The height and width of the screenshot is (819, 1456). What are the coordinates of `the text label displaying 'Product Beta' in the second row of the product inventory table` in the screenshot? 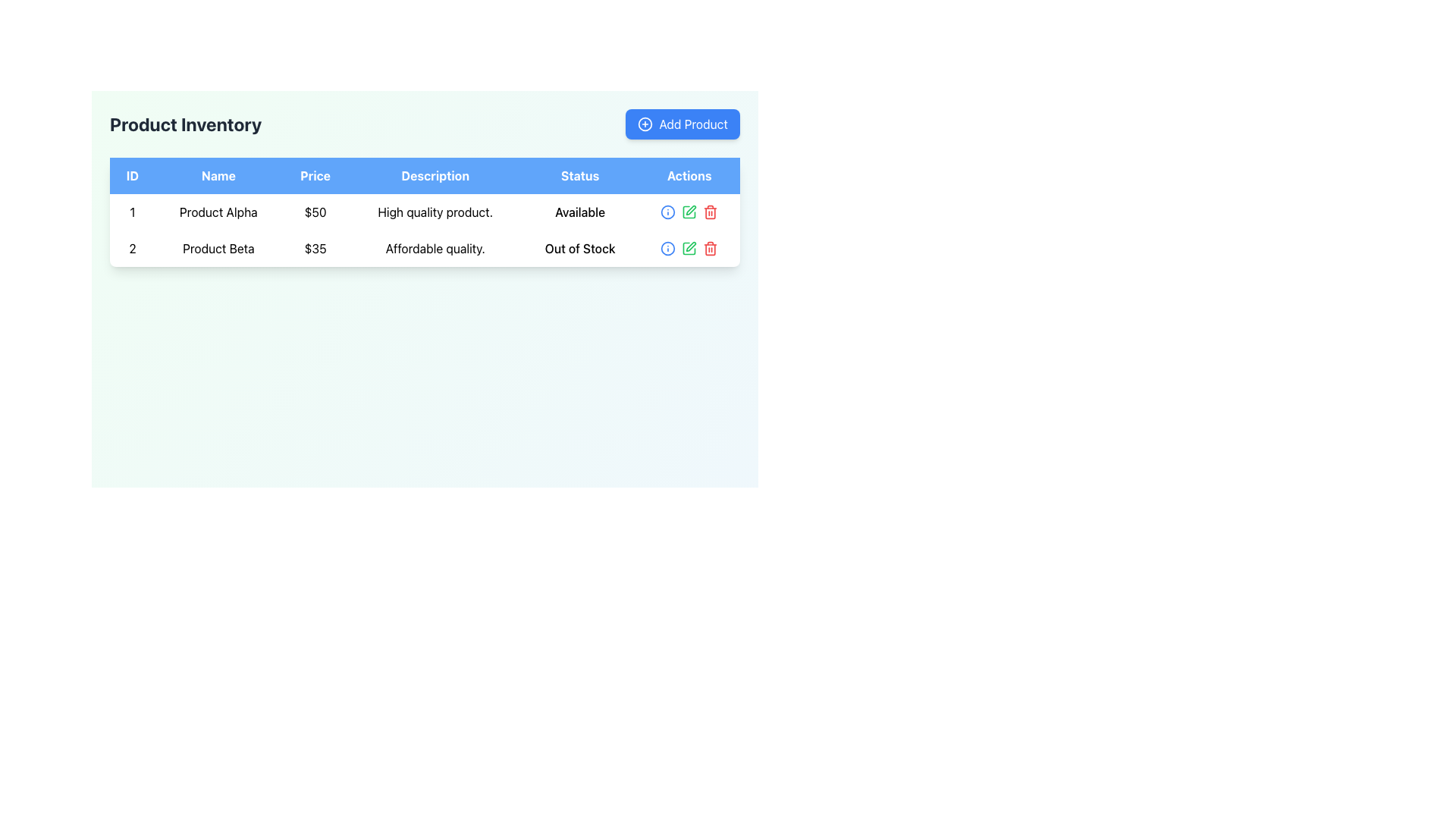 It's located at (218, 247).